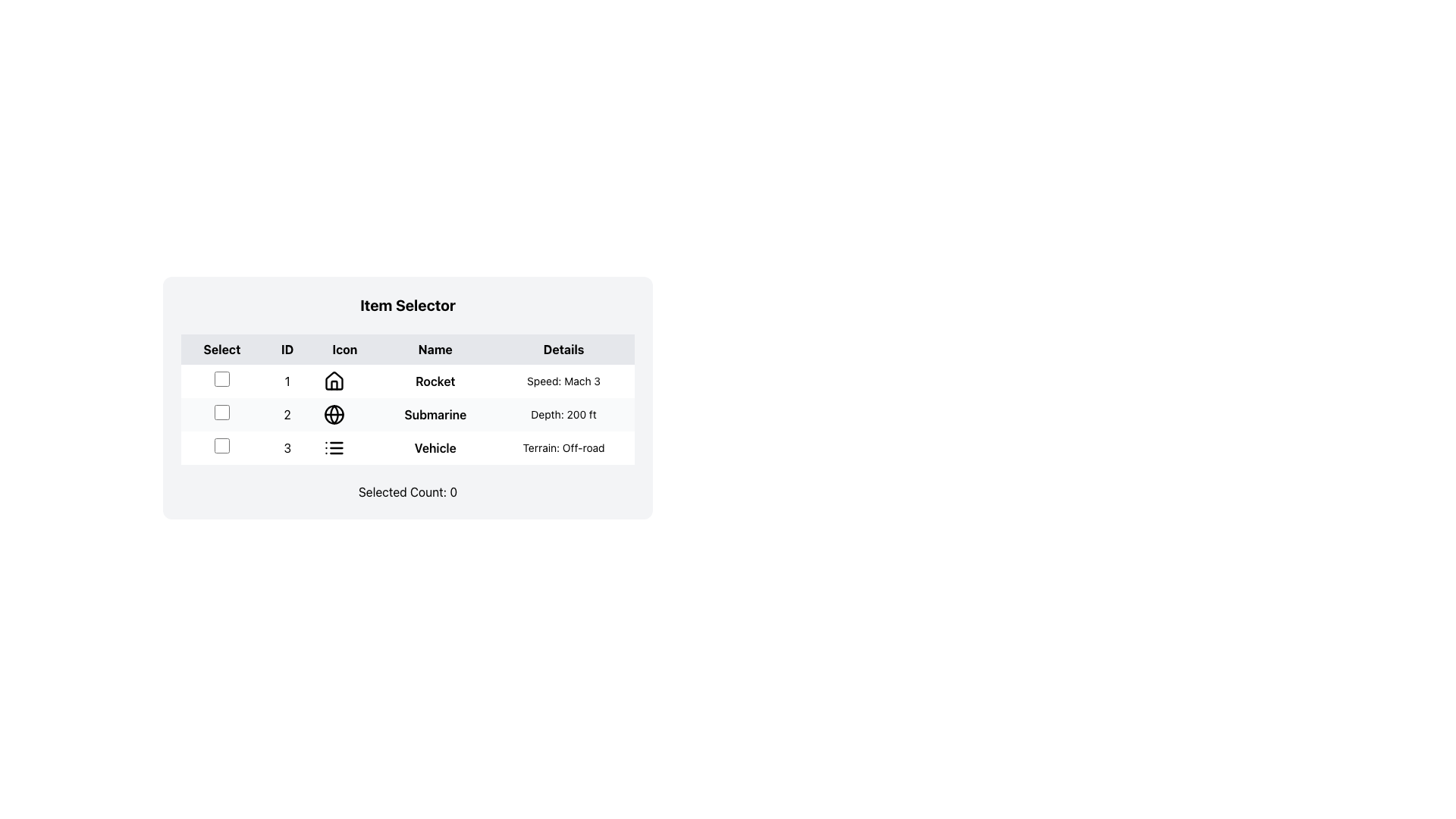  What do you see at coordinates (435, 350) in the screenshot?
I see `the 'Name' header text label in the table, which is the fourth header following 'Select', 'ID', and 'Icon'` at bounding box center [435, 350].